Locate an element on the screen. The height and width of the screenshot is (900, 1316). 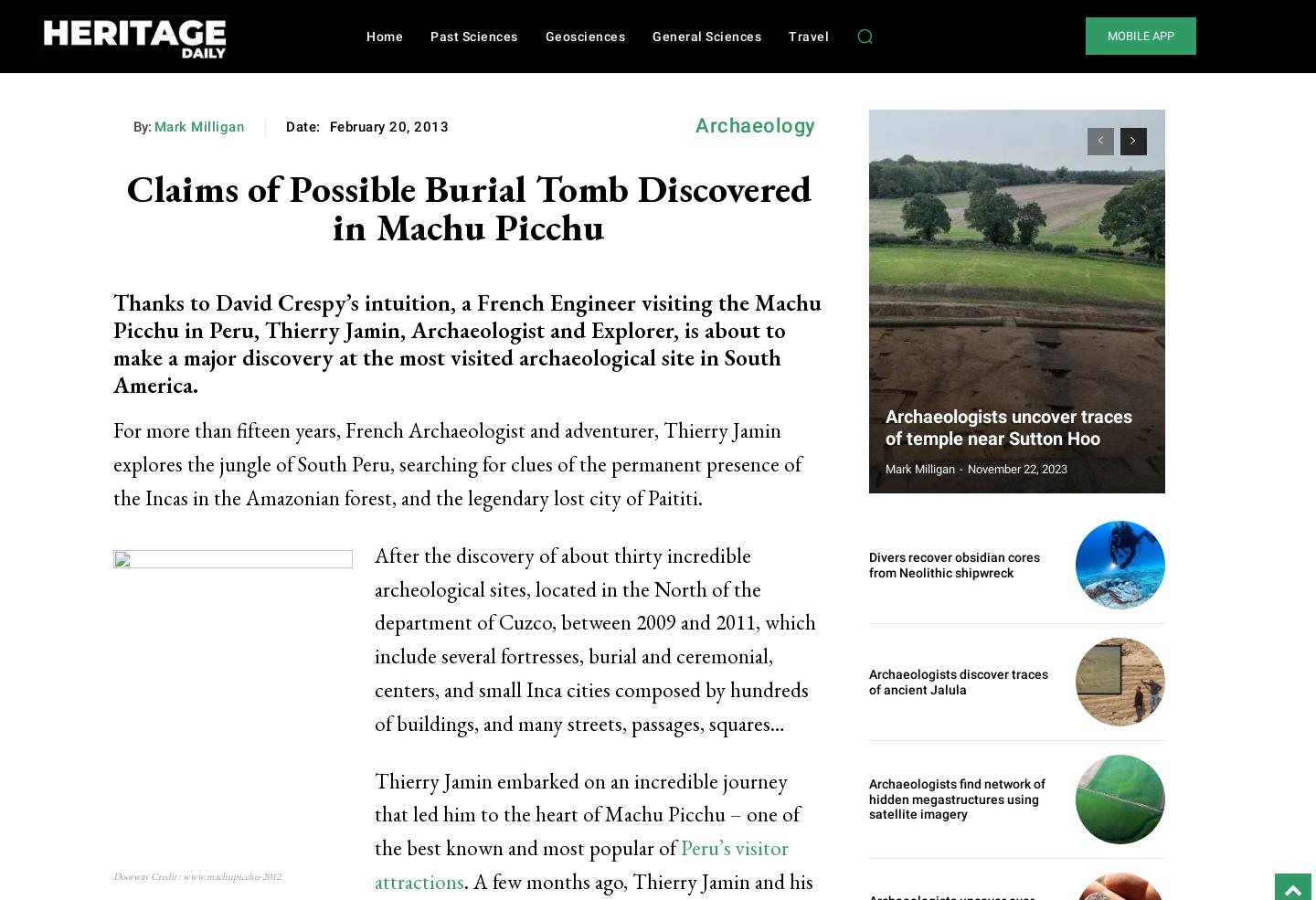
'Home' is located at coordinates (366, 35).